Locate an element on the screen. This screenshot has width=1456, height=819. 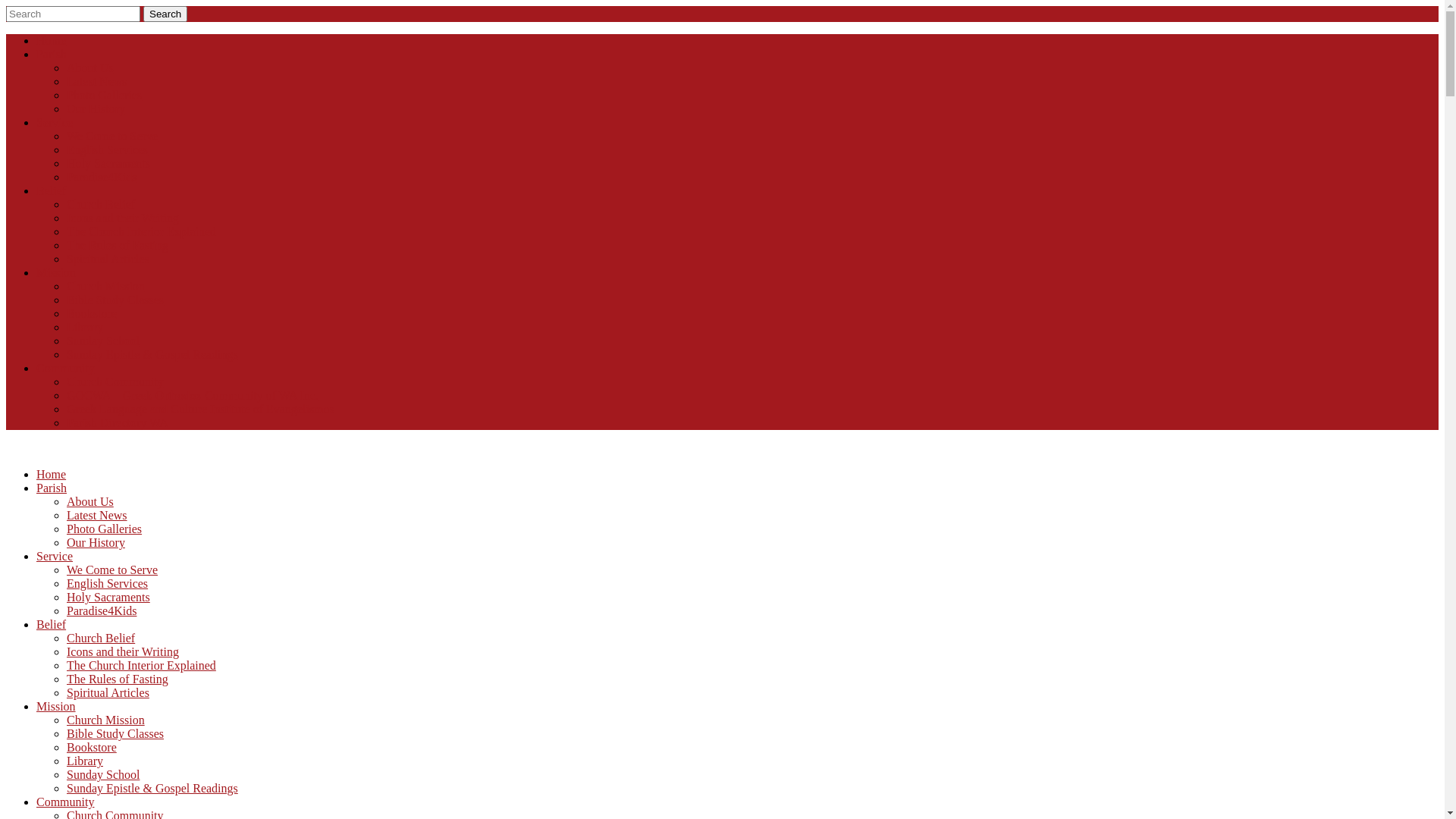
'Photo Galleries' is located at coordinates (103, 528).